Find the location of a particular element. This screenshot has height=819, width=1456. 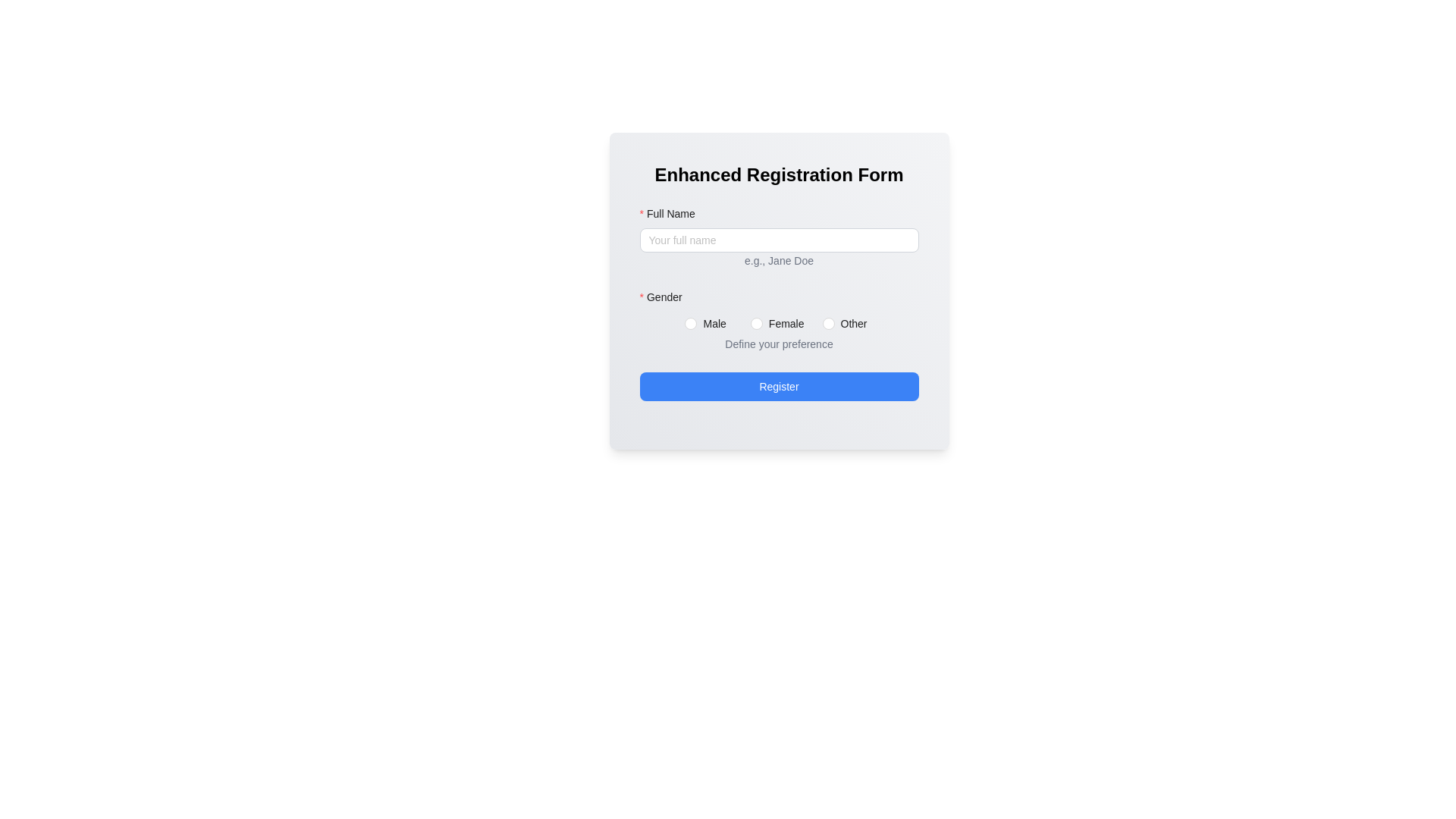

the radio button labeled 'Male', 'Female', or 'Other' in the horizontal group of radio buttons styled in an outline format, located centrally below the 'Full Name' input and above the 'Define your preference' text is located at coordinates (779, 323).